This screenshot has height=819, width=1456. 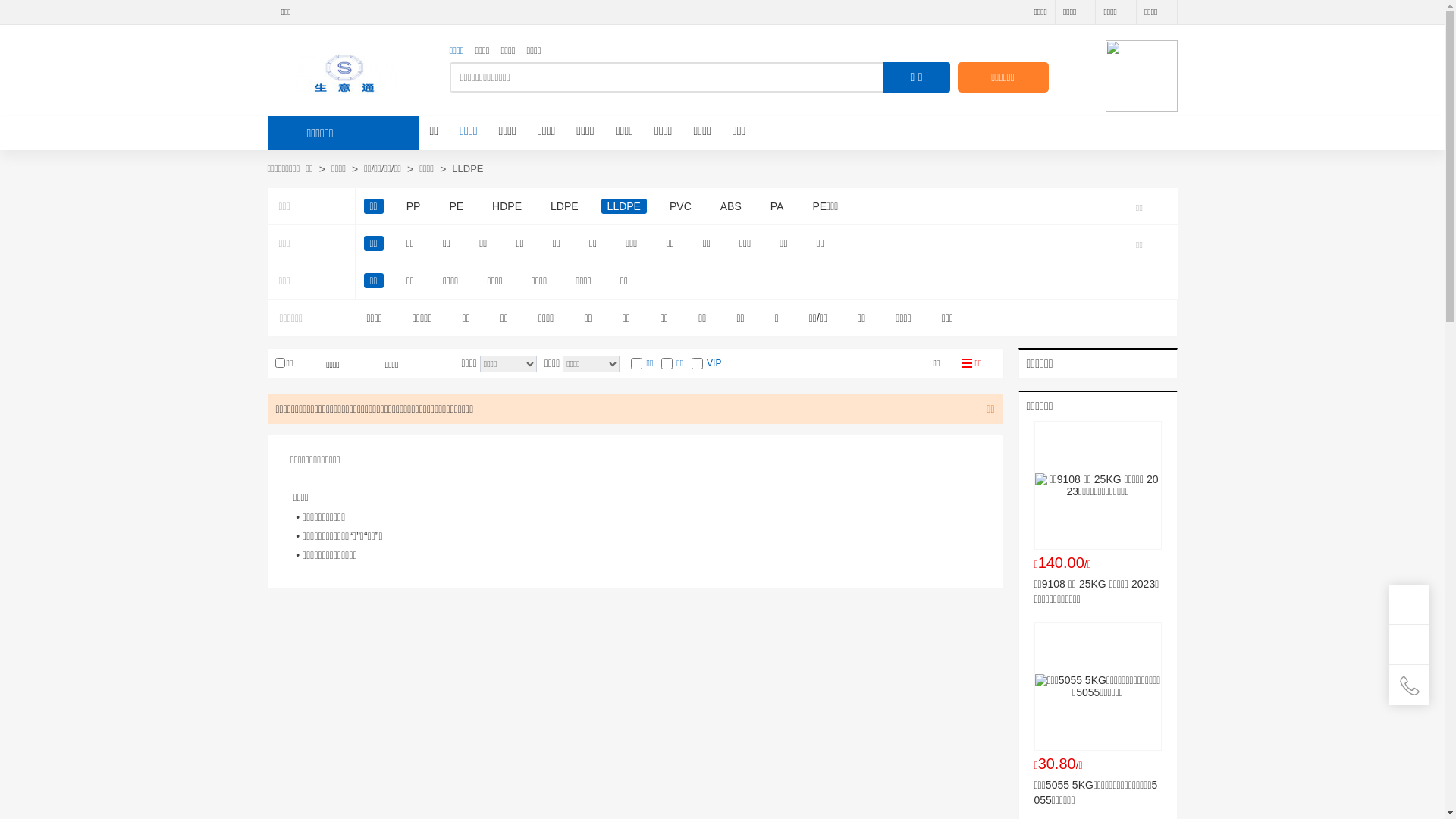 What do you see at coordinates (413, 206) in the screenshot?
I see `'PP'` at bounding box center [413, 206].